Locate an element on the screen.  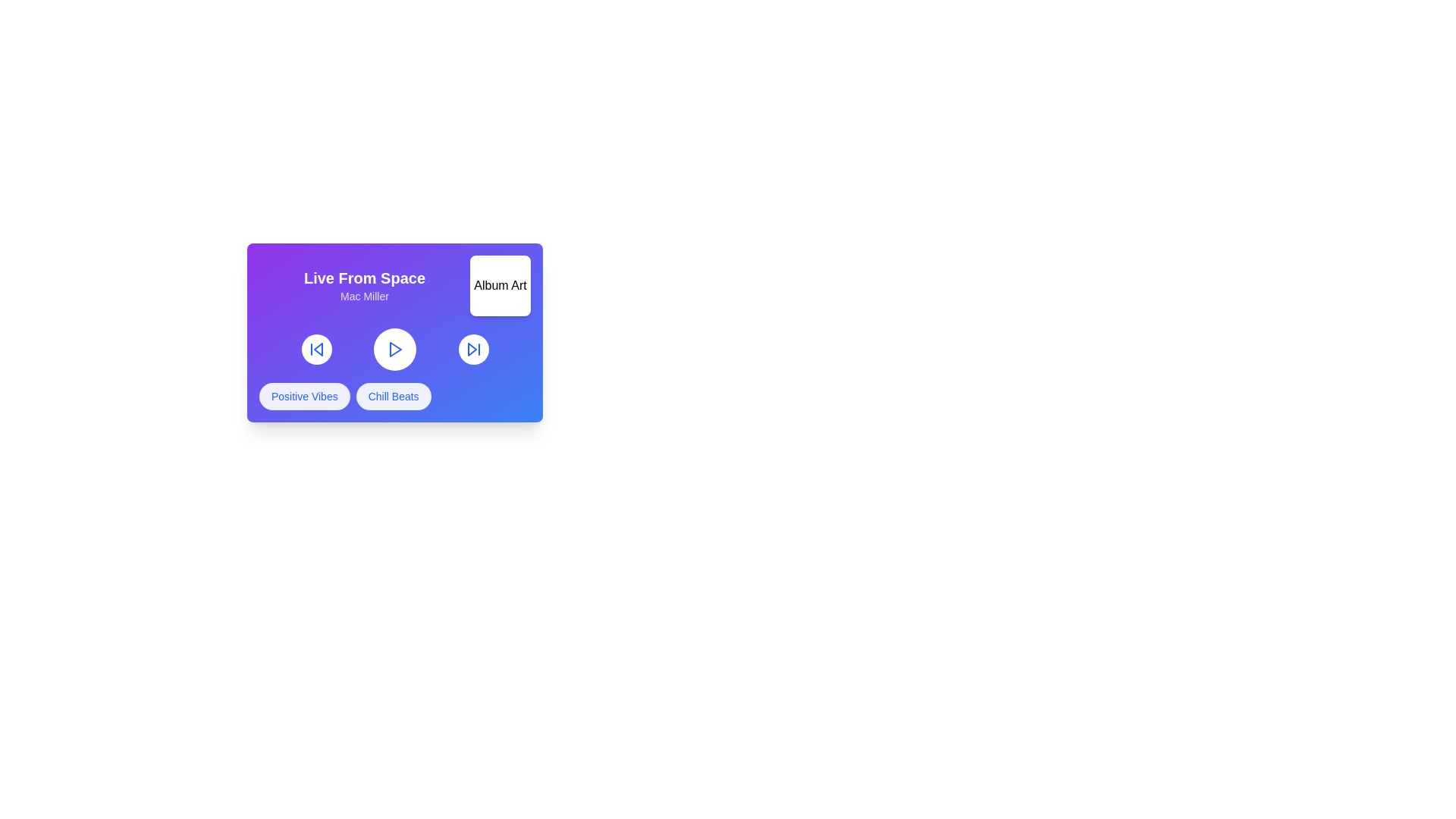
the triangular play button icon with a blue outline, which is located at the center of the circular white background in the media player interface is located at coordinates (395, 350).